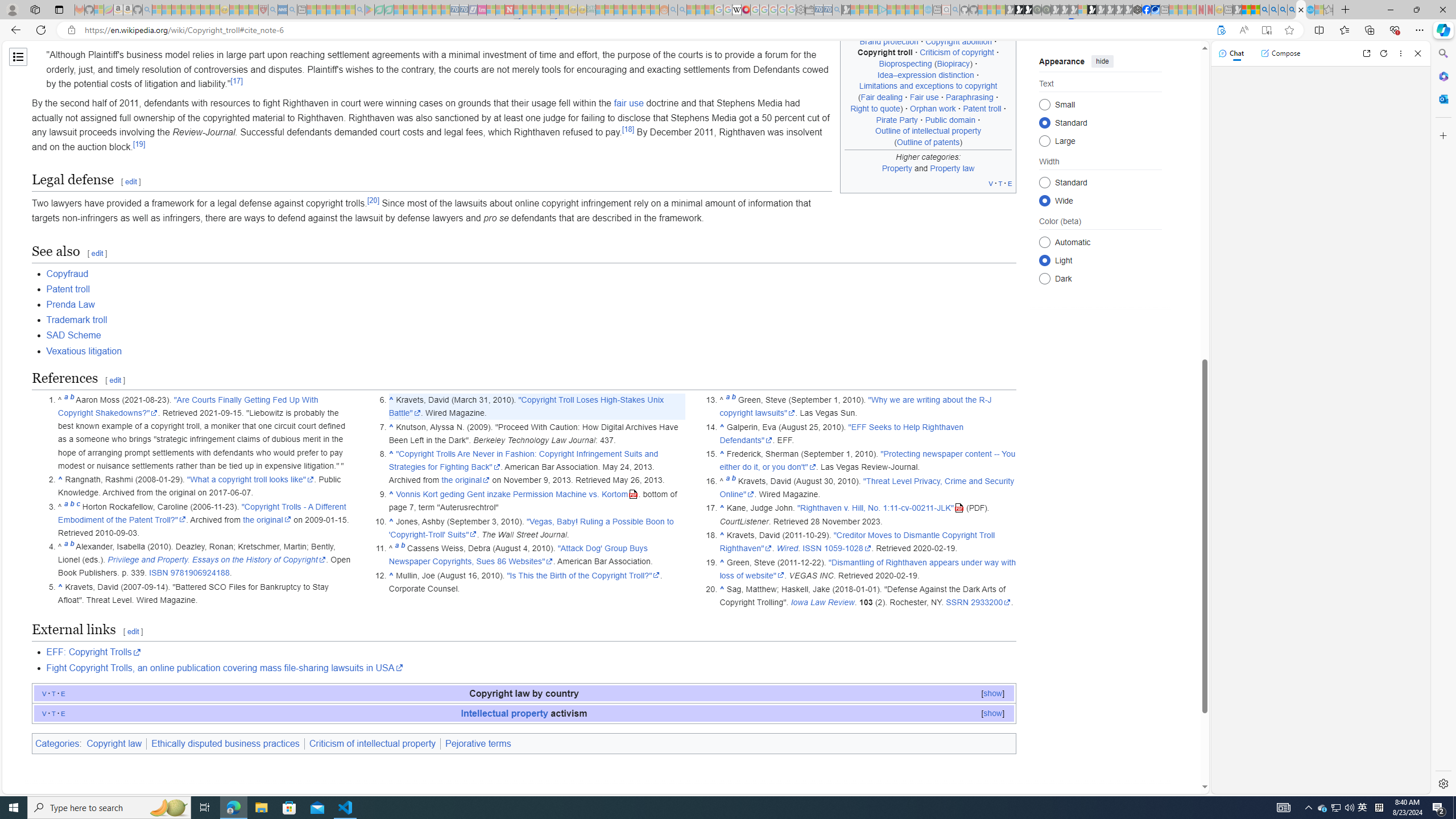 The height and width of the screenshot is (819, 1456). What do you see at coordinates (950, 119) in the screenshot?
I see `'Public domain'` at bounding box center [950, 119].